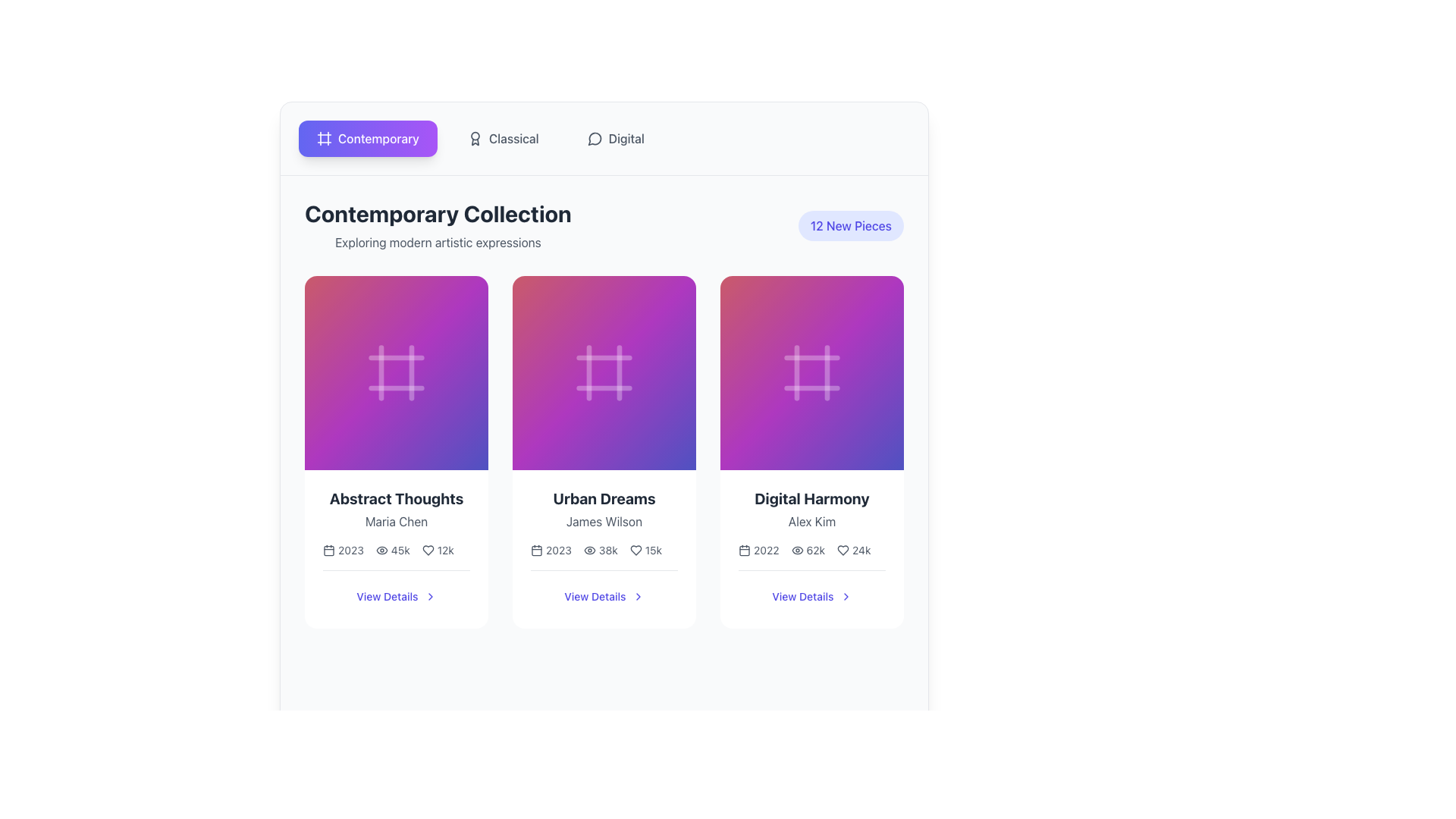 The height and width of the screenshot is (819, 1456). Describe the element at coordinates (626, 138) in the screenshot. I see `the text label element displaying 'Digital', which is styled with medium font weight and gray color, located to the right side of the toolbar` at that location.